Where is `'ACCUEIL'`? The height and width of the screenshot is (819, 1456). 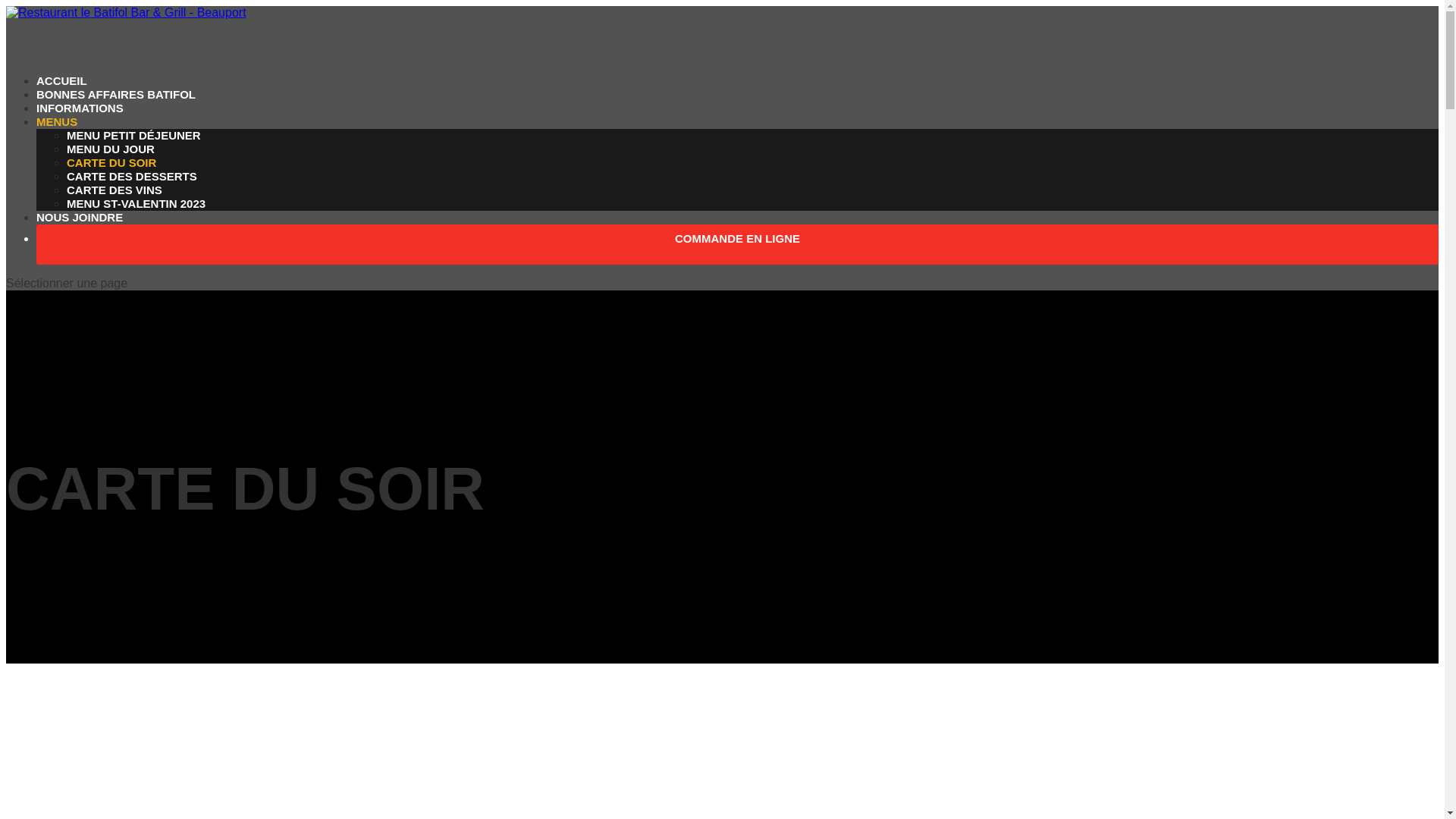
'ACCUEIL' is located at coordinates (61, 102).